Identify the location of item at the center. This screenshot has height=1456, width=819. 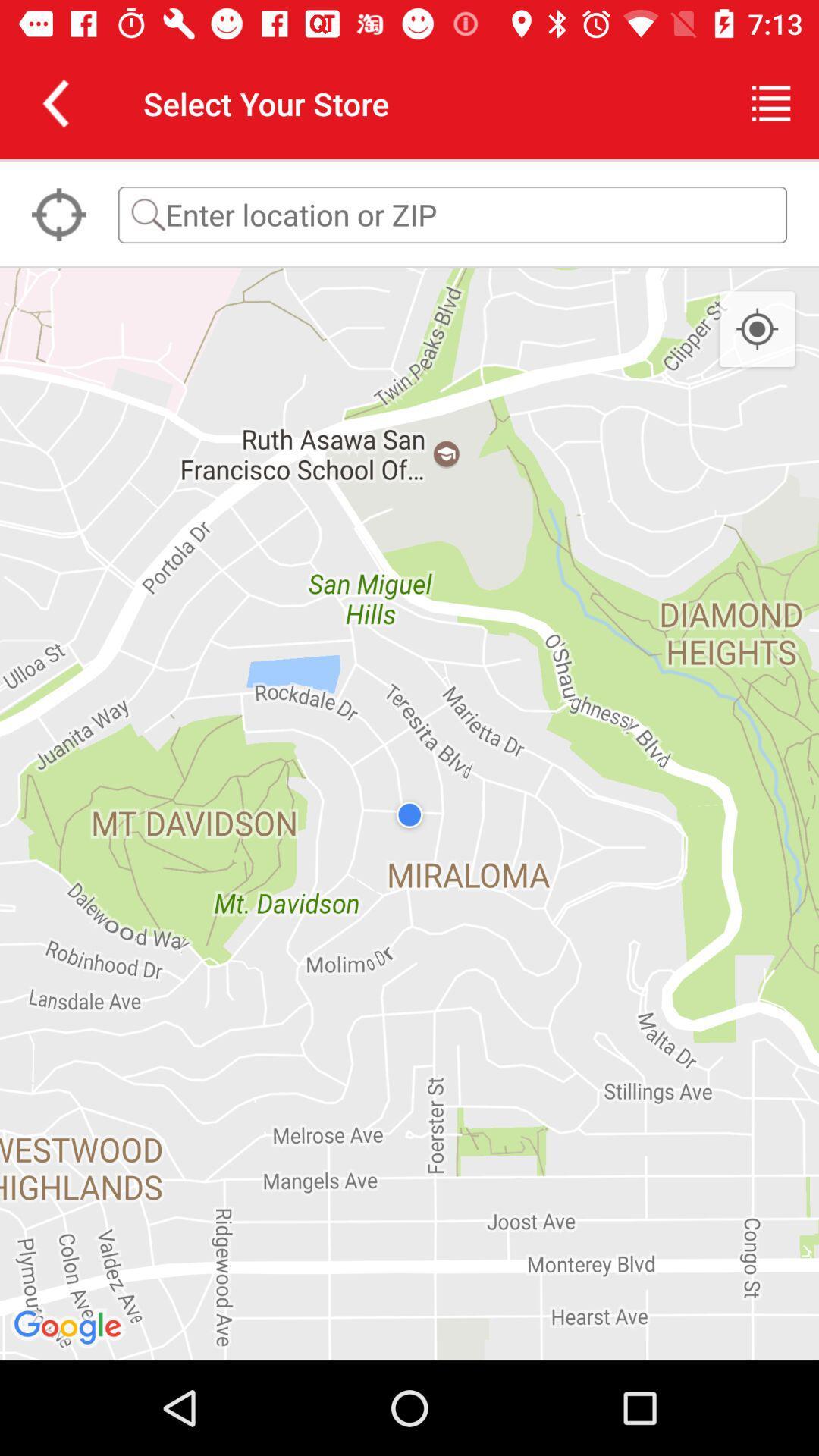
(409, 814).